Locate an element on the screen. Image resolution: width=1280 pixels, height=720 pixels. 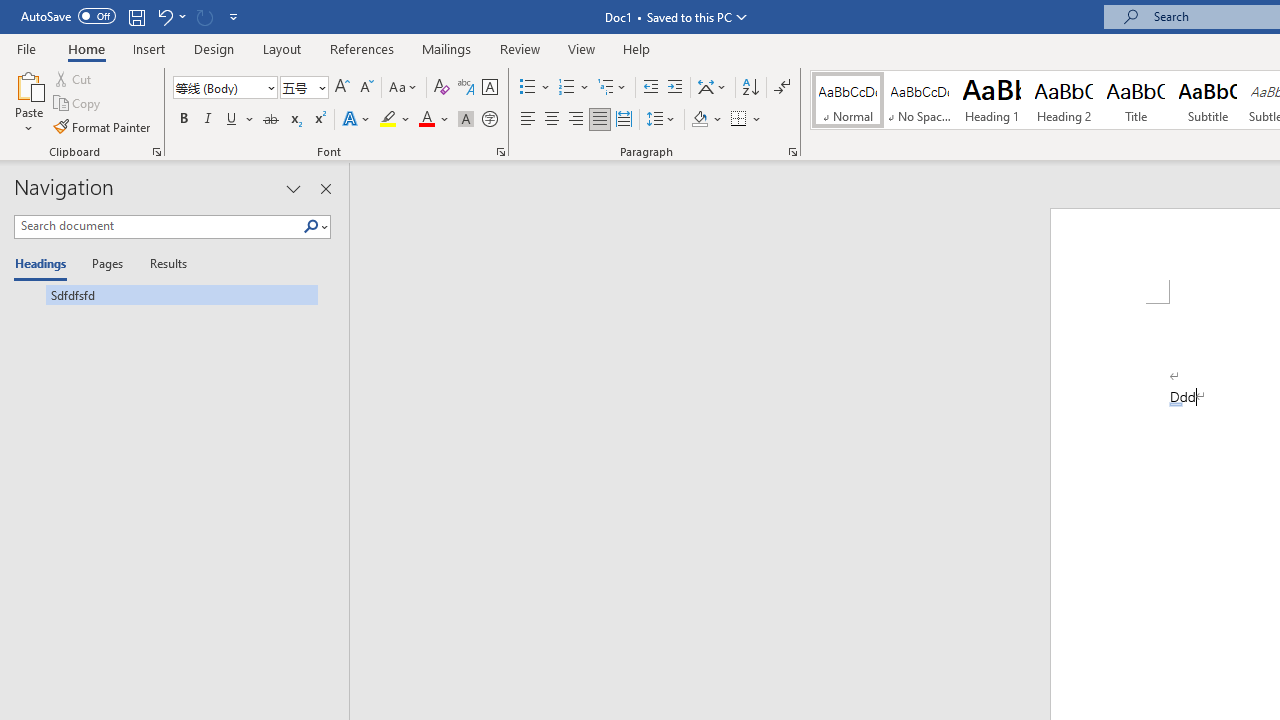
'Font Color Red' is located at coordinates (425, 119).